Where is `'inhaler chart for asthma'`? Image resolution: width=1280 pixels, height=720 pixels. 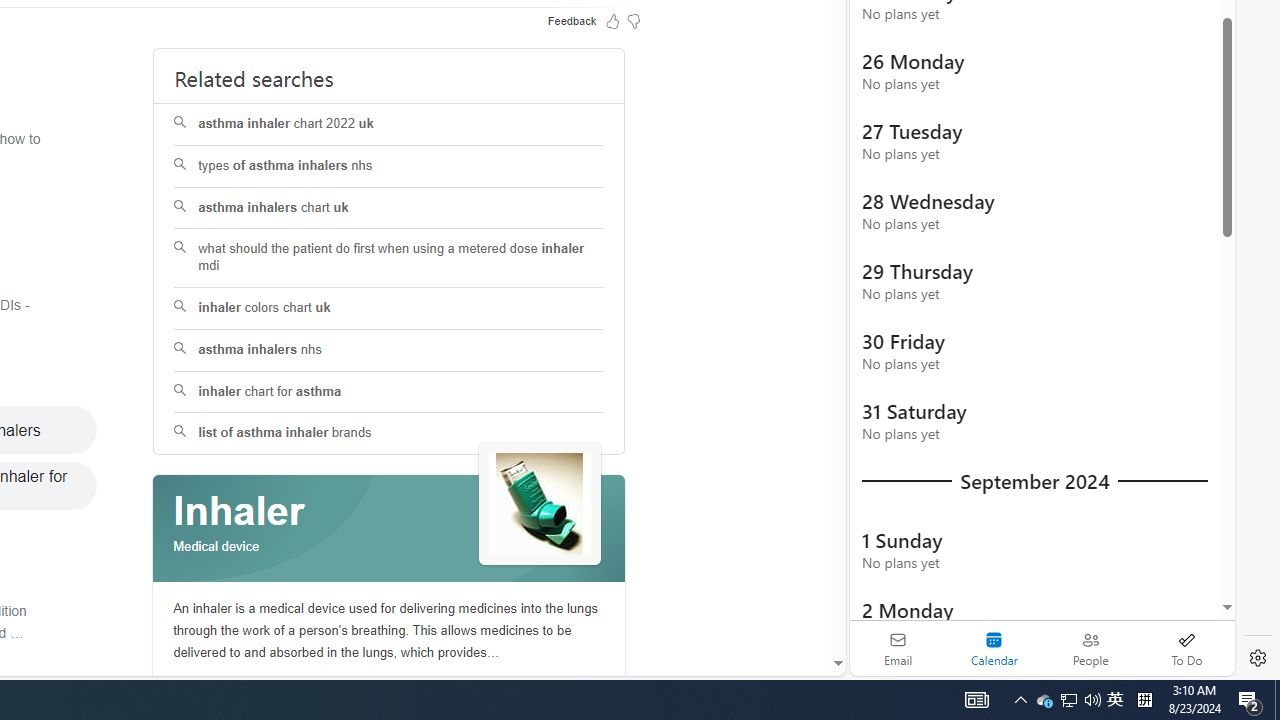 'inhaler chart for asthma' is located at coordinates (389, 392).